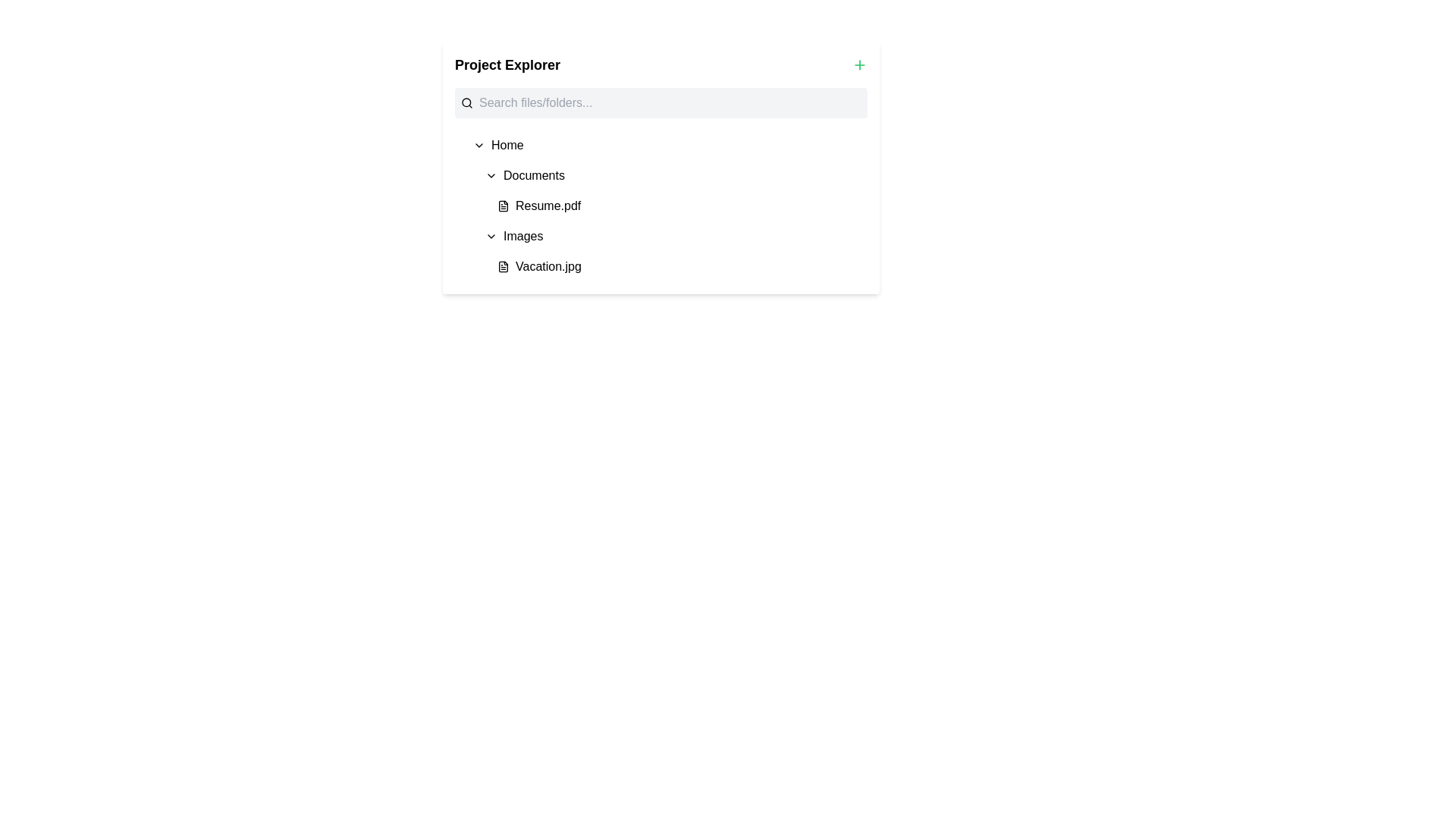  I want to click on the 'Documents' list item in the navigation tree for keyboard navigation, so click(673, 174).